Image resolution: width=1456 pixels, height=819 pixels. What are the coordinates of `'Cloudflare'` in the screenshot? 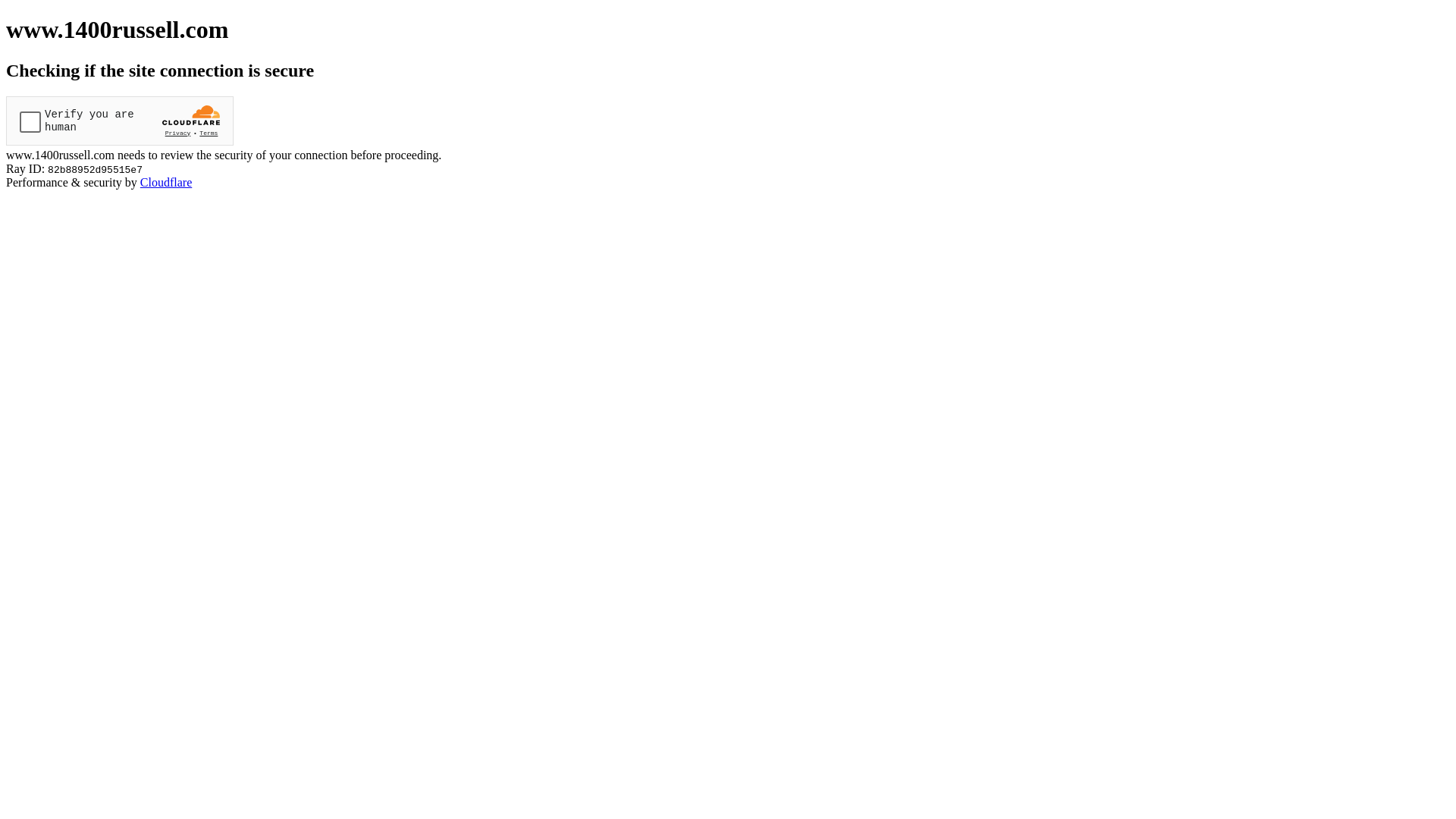 It's located at (166, 181).